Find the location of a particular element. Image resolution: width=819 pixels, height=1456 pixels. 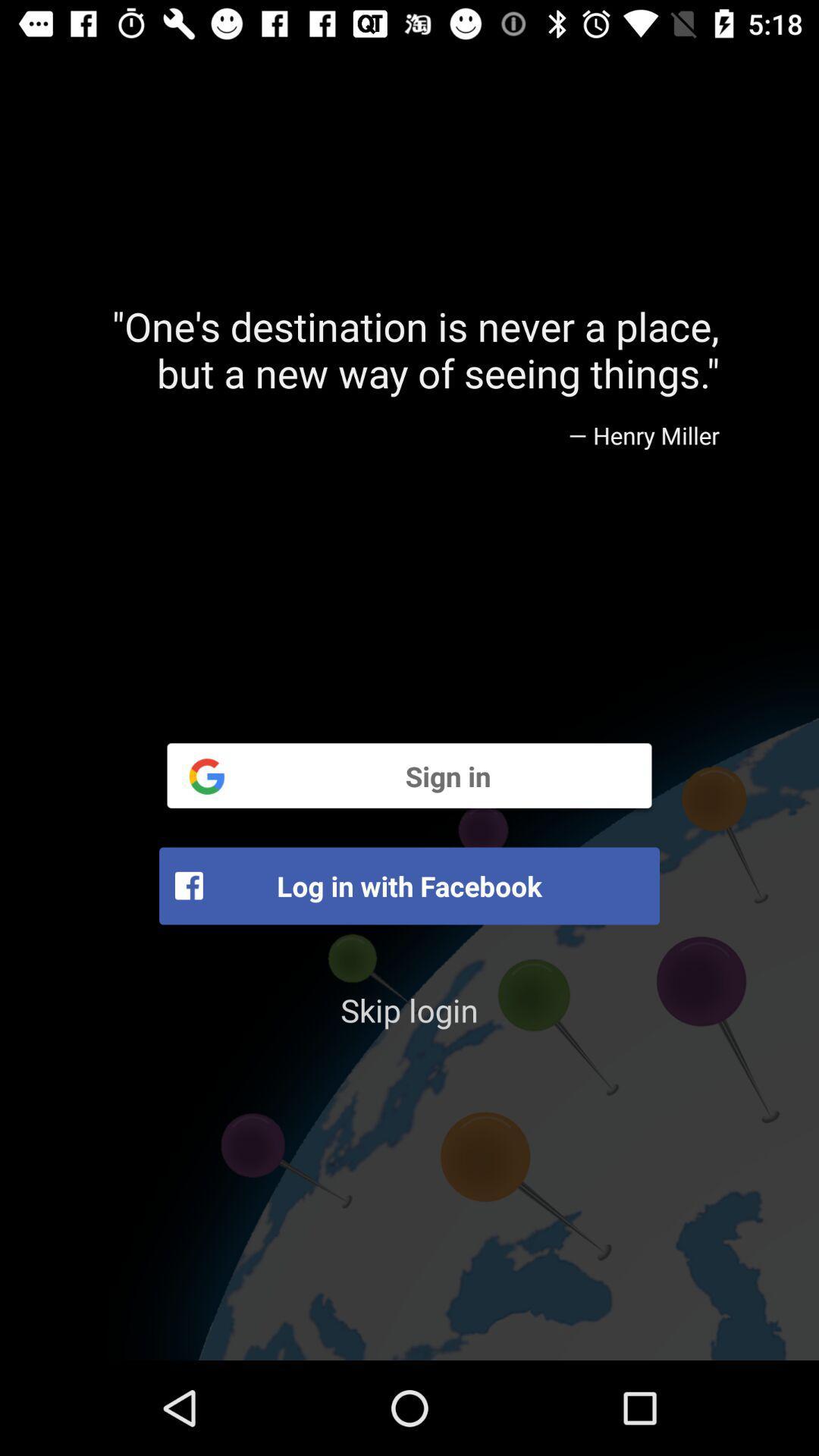

skip login item is located at coordinates (409, 1009).